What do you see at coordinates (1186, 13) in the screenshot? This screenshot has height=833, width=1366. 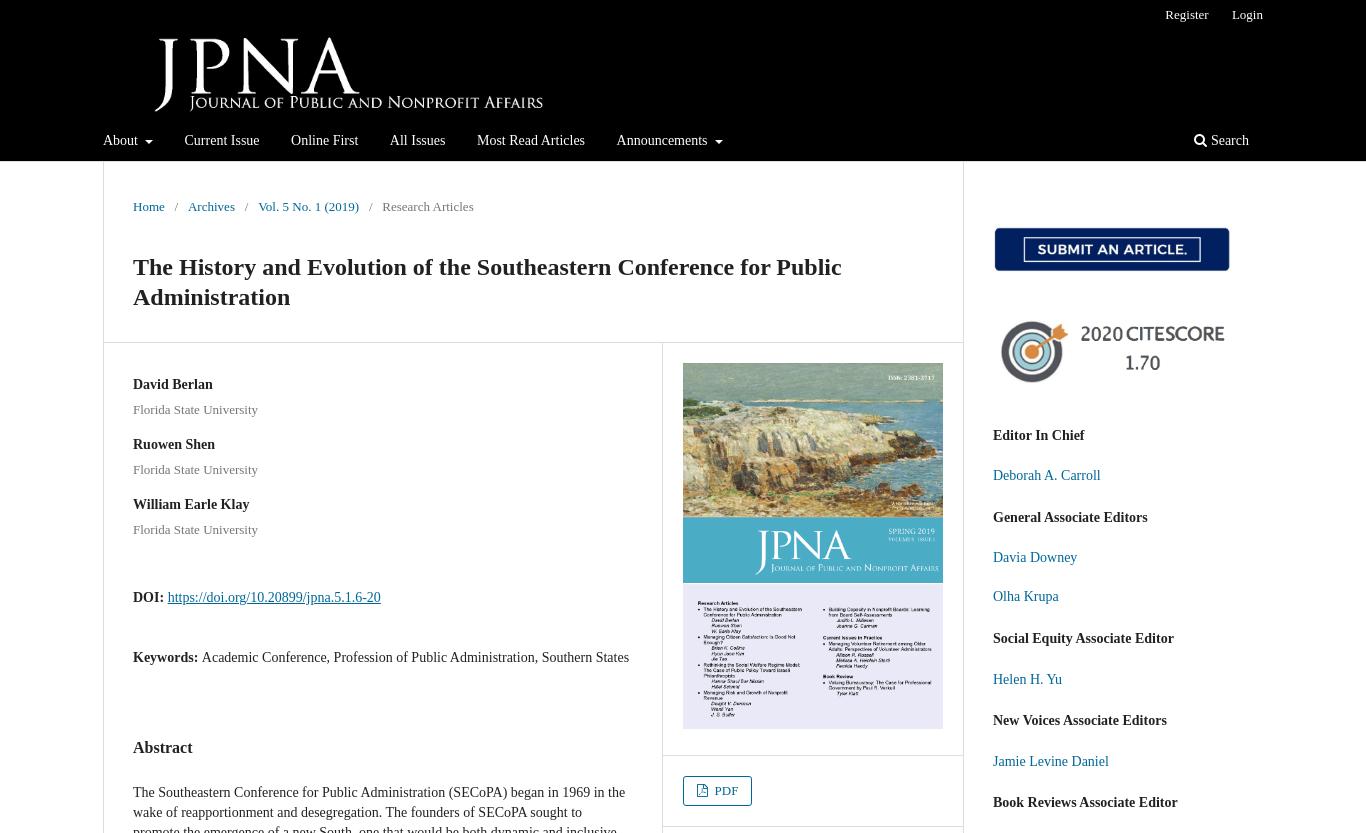 I see `'Register'` at bounding box center [1186, 13].